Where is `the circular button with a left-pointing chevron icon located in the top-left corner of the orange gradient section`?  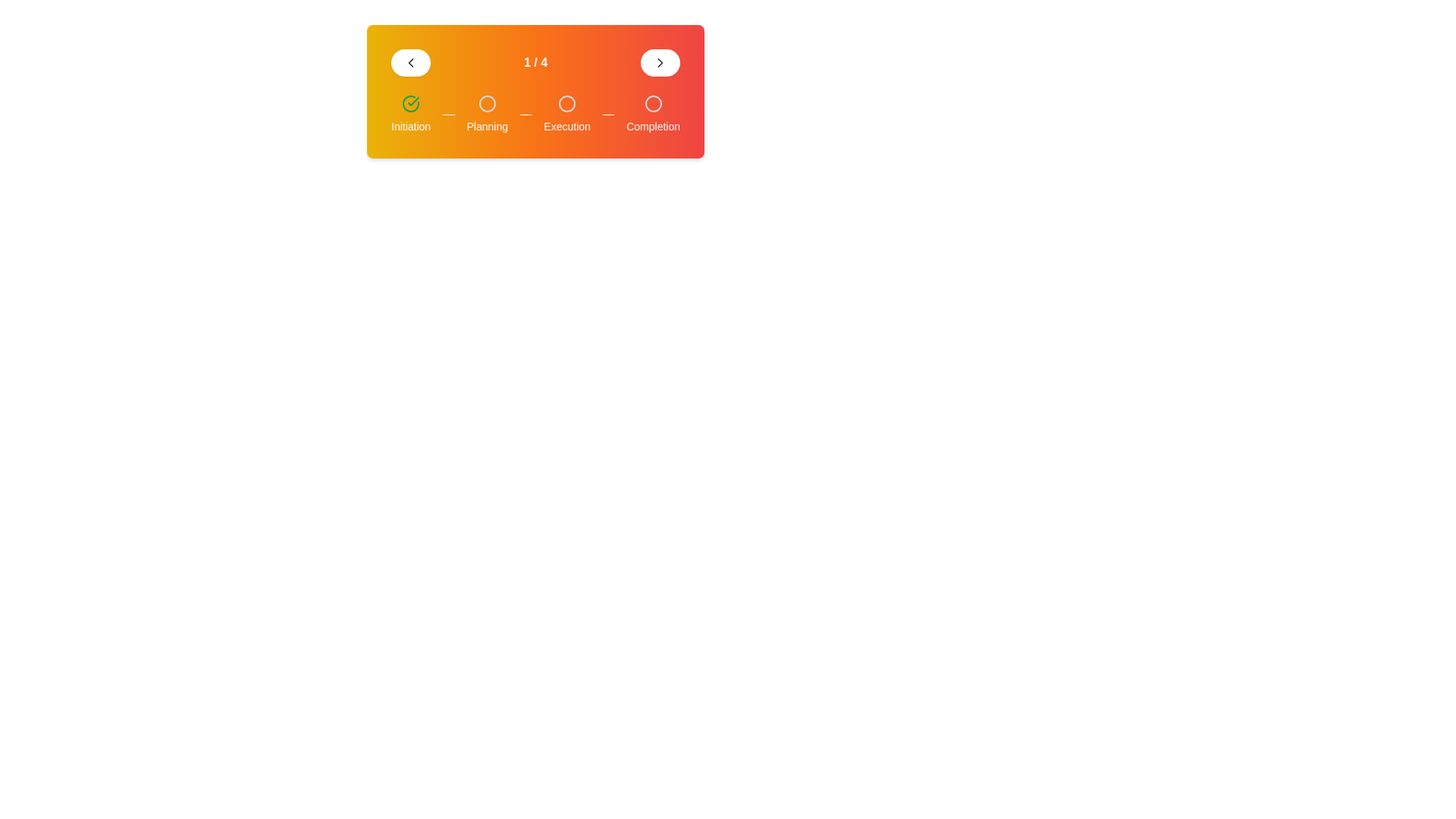
the circular button with a left-pointing chevron icon located in the top-left corner of the orange gradient section is located at coordinates (411, 62).